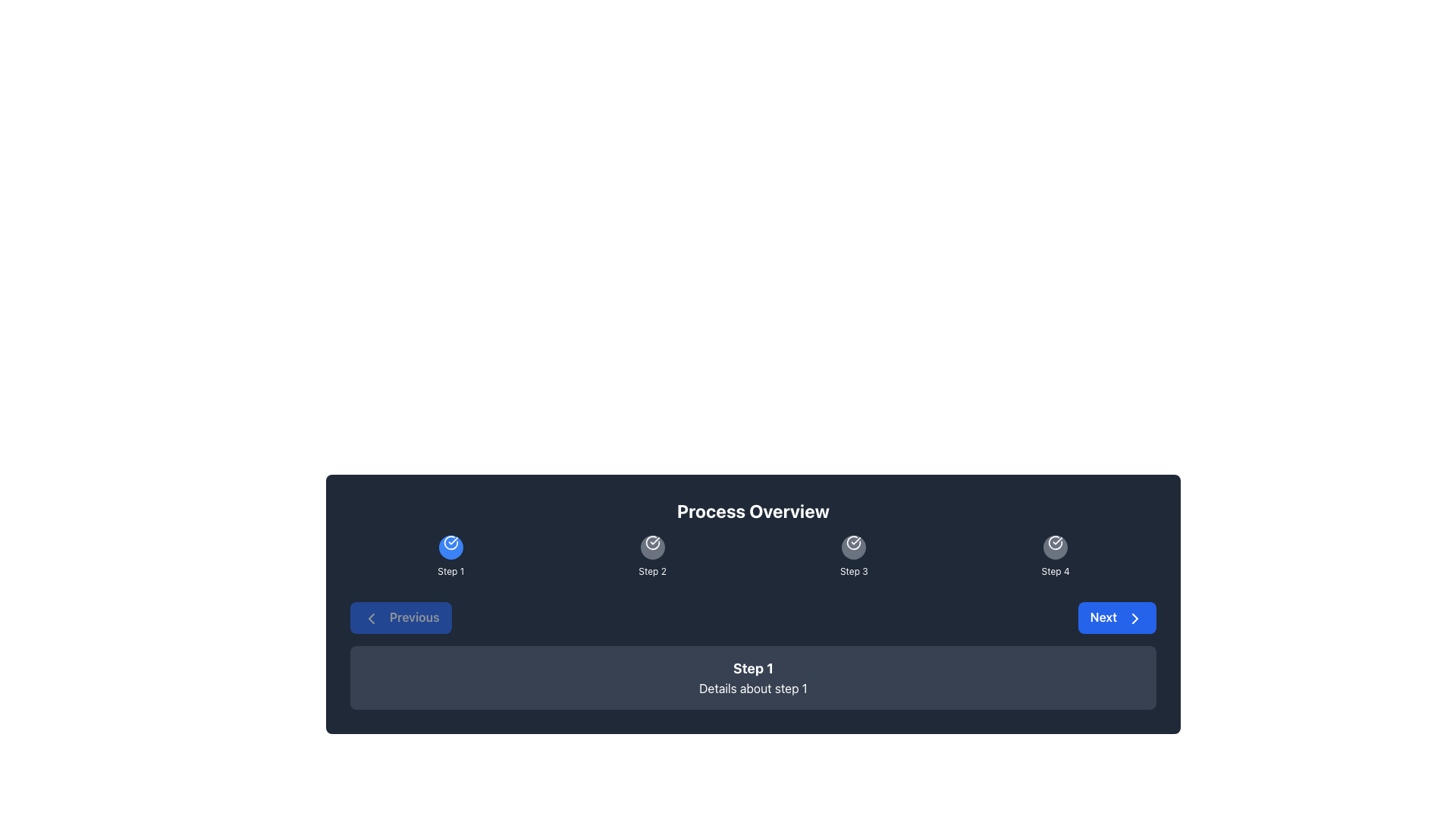 This screenshot has width=1456, height=819. I want to click on text label that reads 'Step 4', which is styled with a small font size and located under the fourth circular icon in the step navigation interface, so click(1055, 571).